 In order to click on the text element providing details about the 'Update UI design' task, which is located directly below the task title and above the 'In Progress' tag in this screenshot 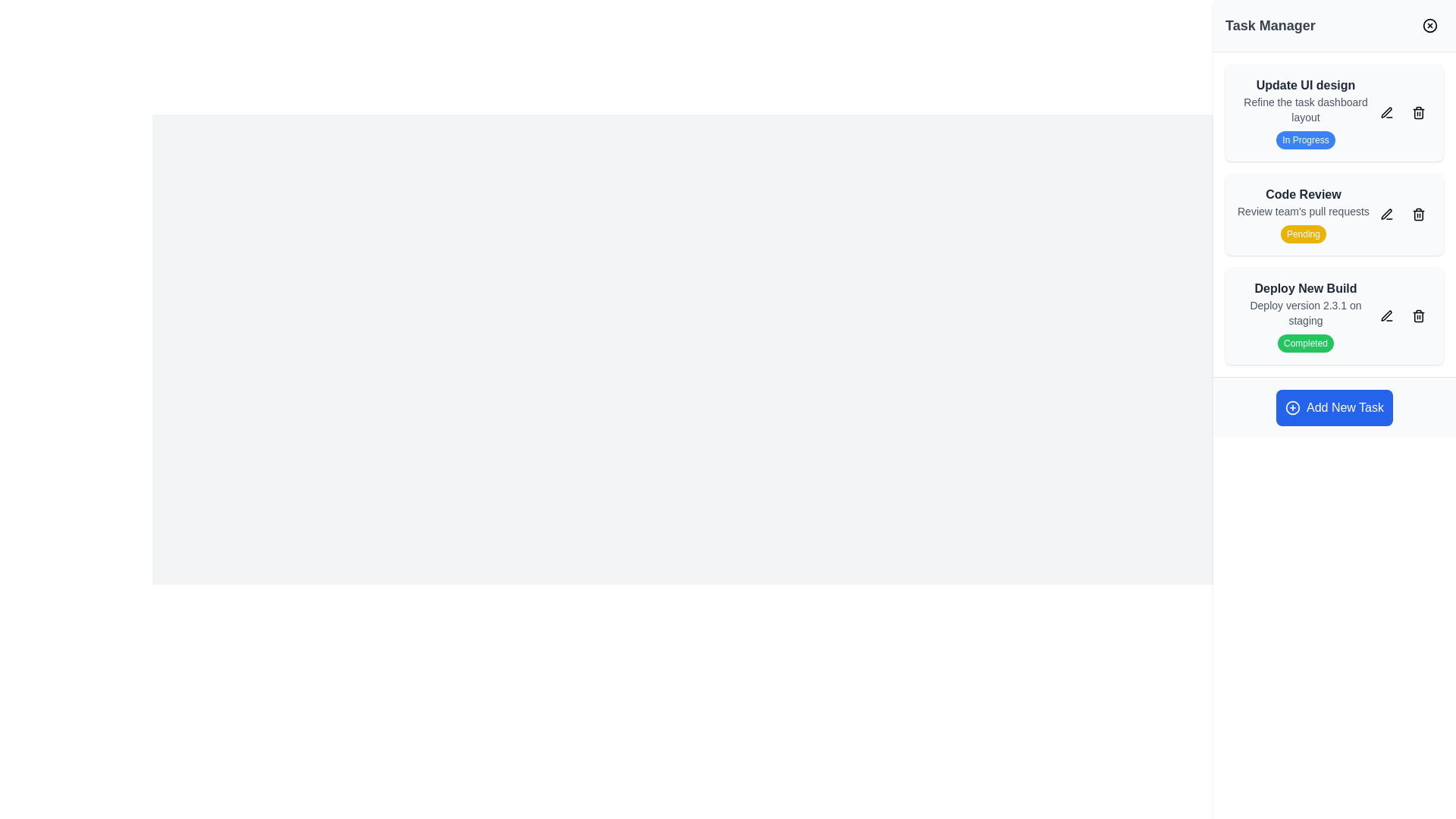, I will do `click(1305, 109)`.